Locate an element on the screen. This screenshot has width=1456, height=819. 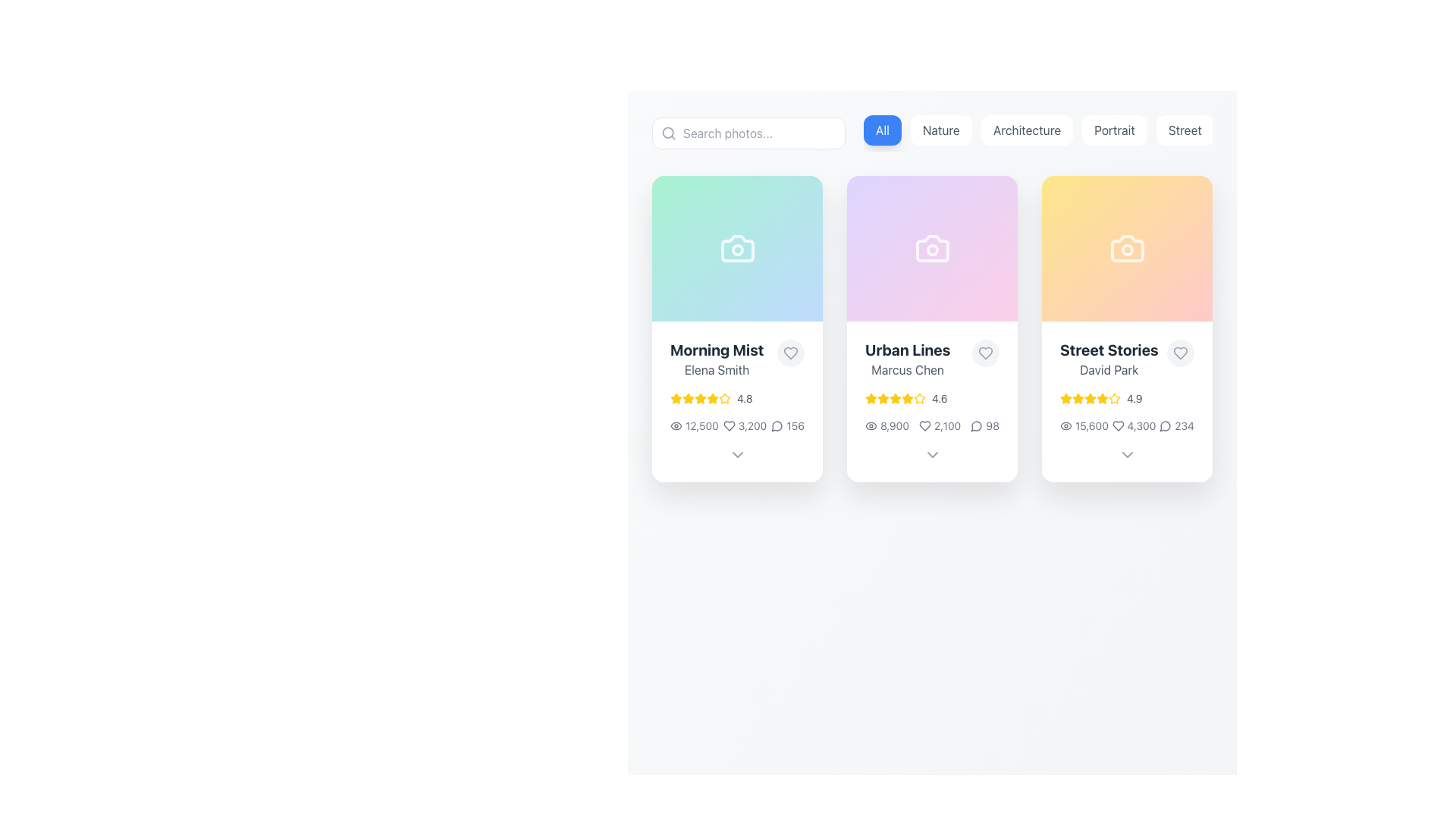
the 'Architecture' category button in the tab list to indicate interest is located at coordinates (1037, 133).